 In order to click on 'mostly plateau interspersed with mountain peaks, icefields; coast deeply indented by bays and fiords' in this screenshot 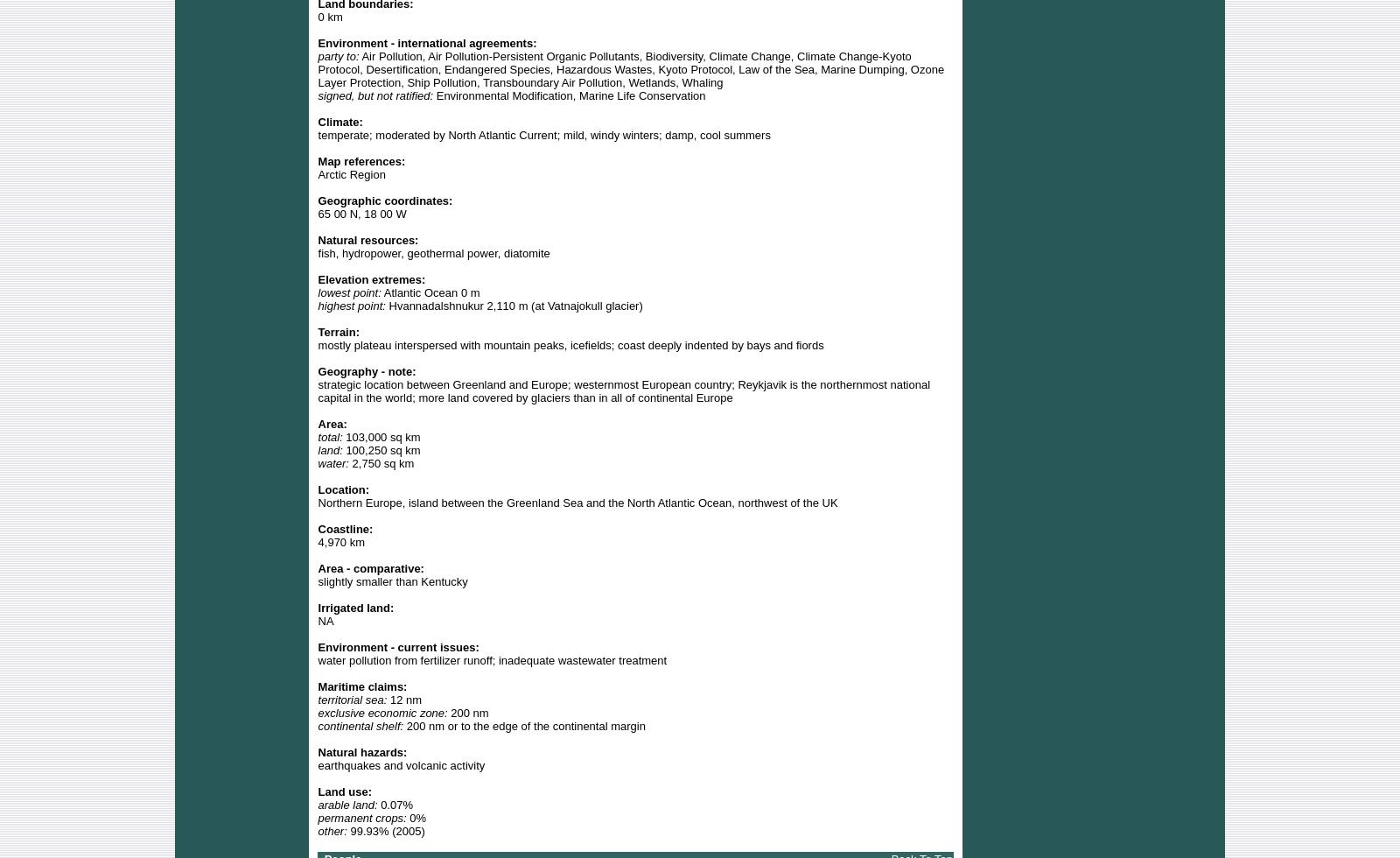, I will do `click(570, 344)`.